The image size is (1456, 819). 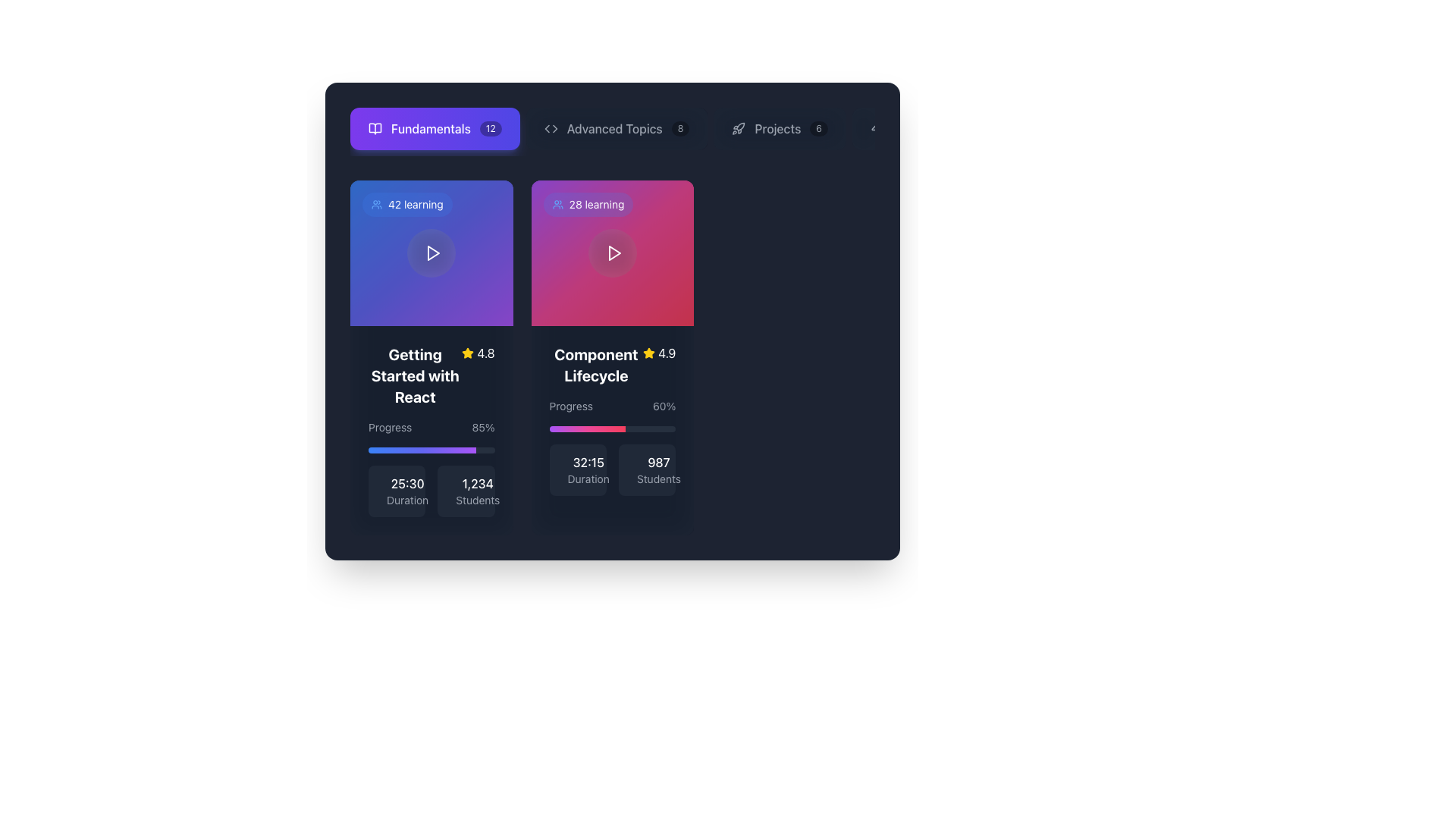 I want to click on text label indicating the 'Projects' section located in the horizontal navigation bar, positioned between 'Advanced Topics' and the number '6', so click(x=777, y=127).